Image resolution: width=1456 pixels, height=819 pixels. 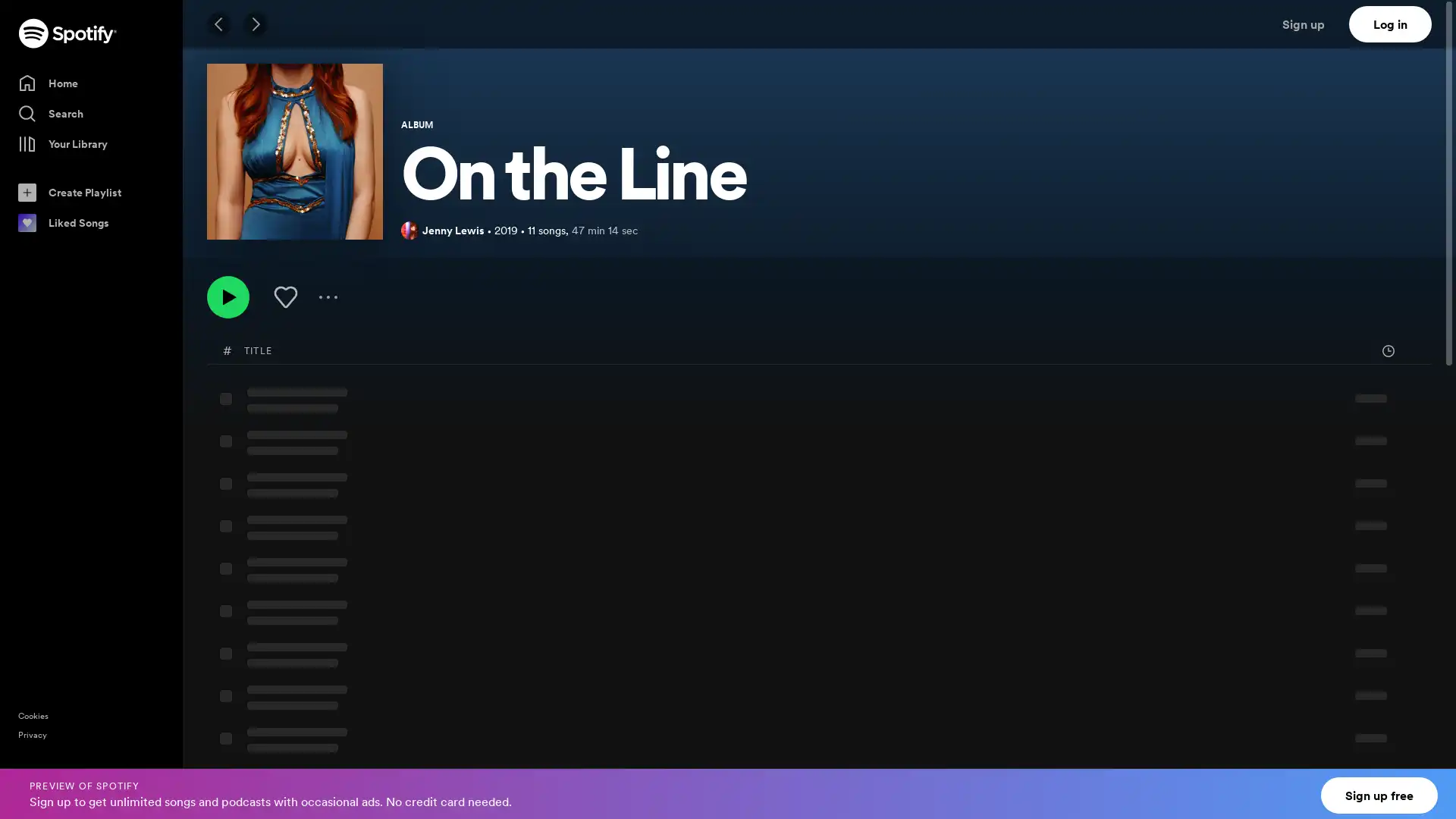 I want to click on Play Heads Gonna Roll by Jenny Lewis, so click(x=225, y=397).